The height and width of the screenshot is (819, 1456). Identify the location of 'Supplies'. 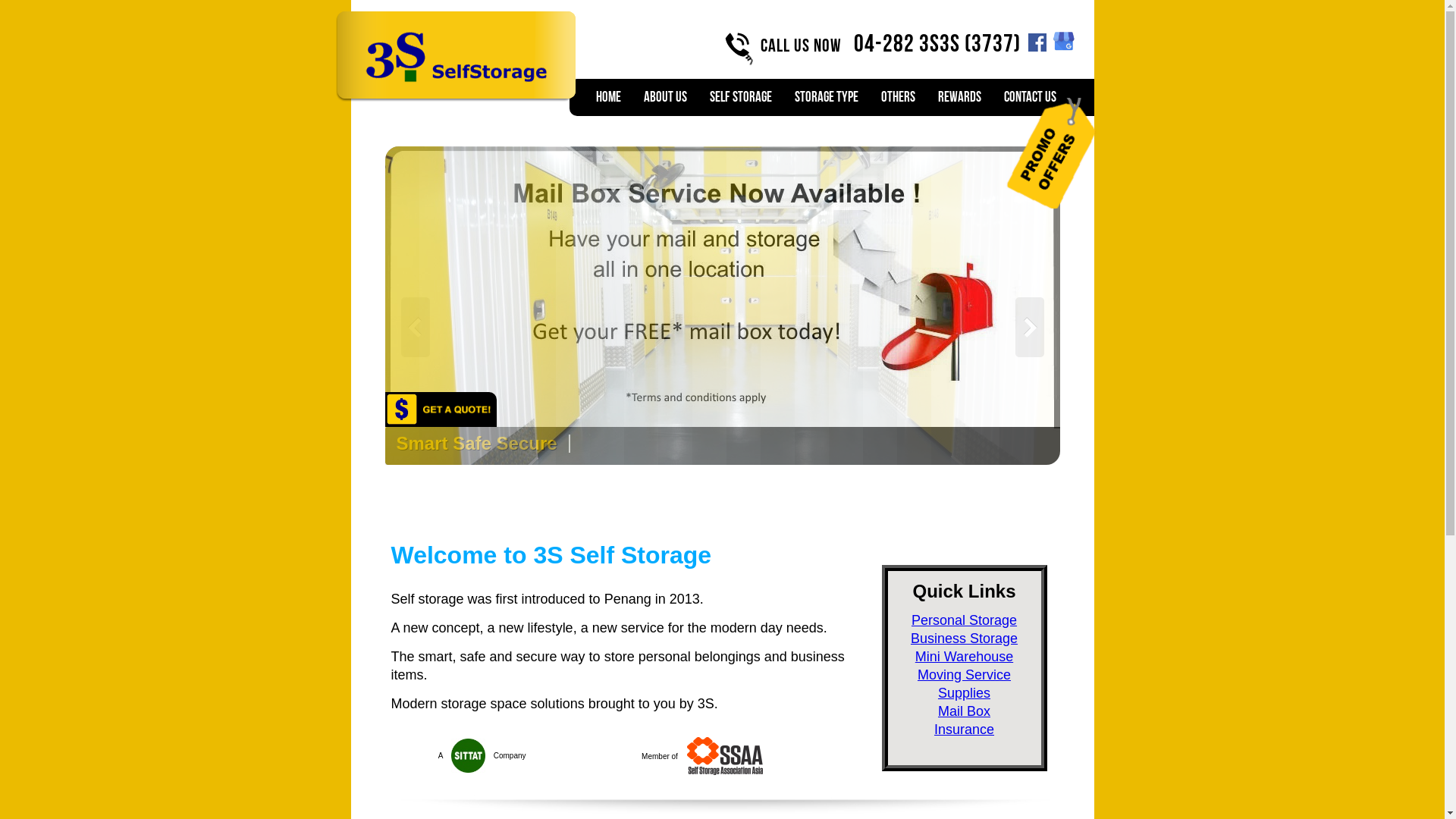
(963, 693).